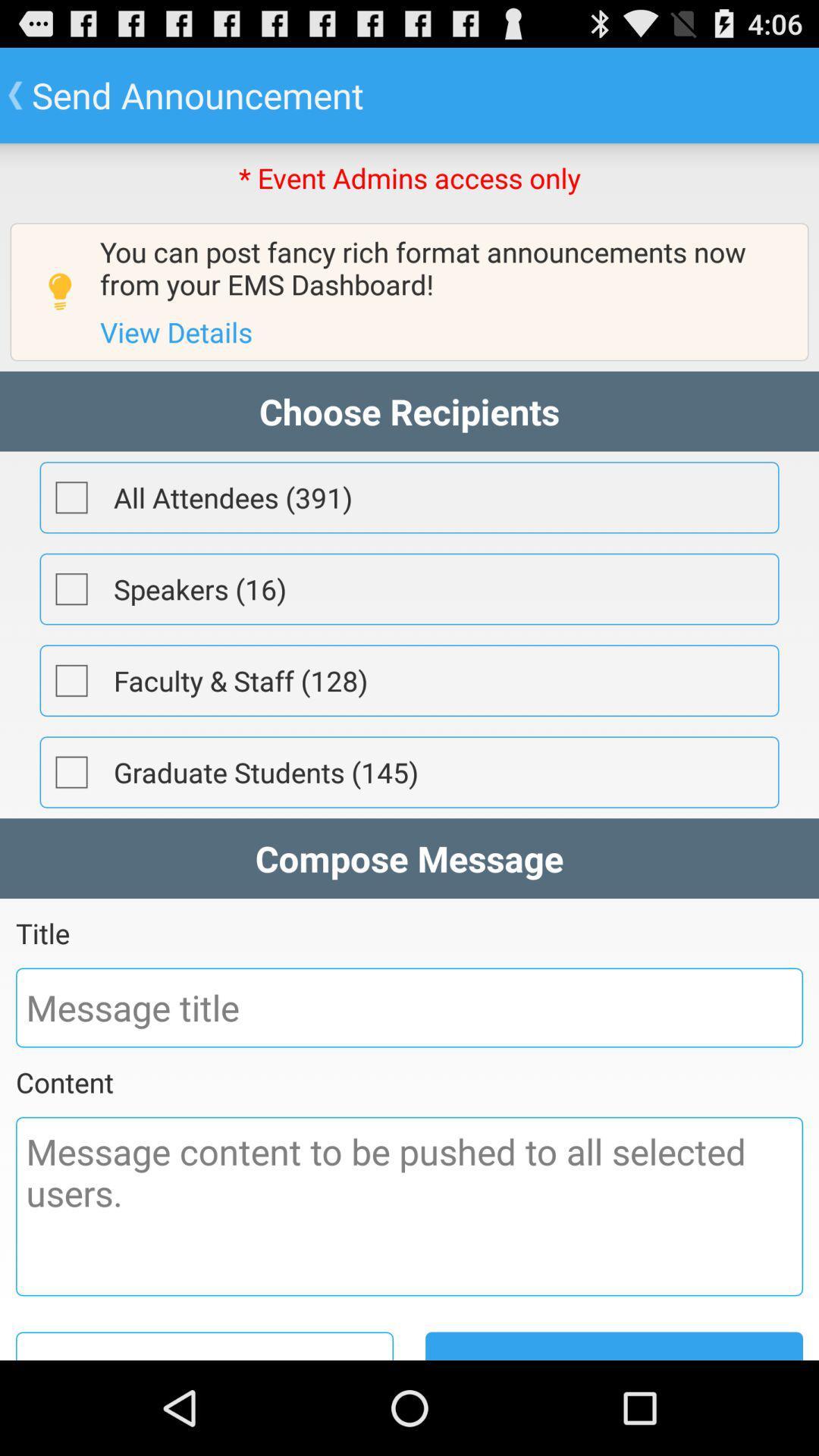 The height and width of the screenshot is (1456, 819). Describe the element at coordinates (71, 679) in the screenshot. I see `choose faculty and staff for email` at that location.